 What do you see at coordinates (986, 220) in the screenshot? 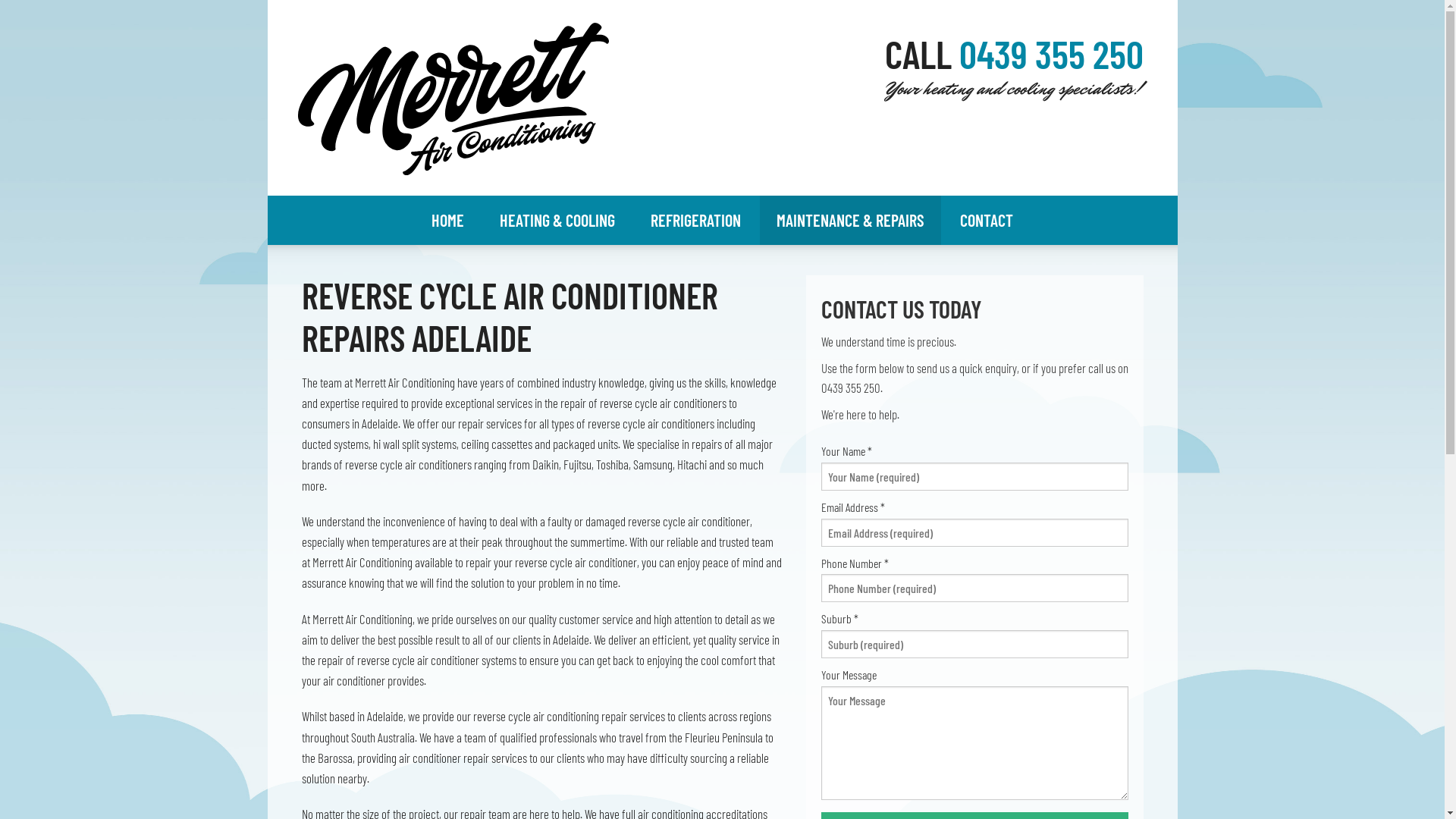
I see `'CONTACT'` at bounding box center [986, 220].